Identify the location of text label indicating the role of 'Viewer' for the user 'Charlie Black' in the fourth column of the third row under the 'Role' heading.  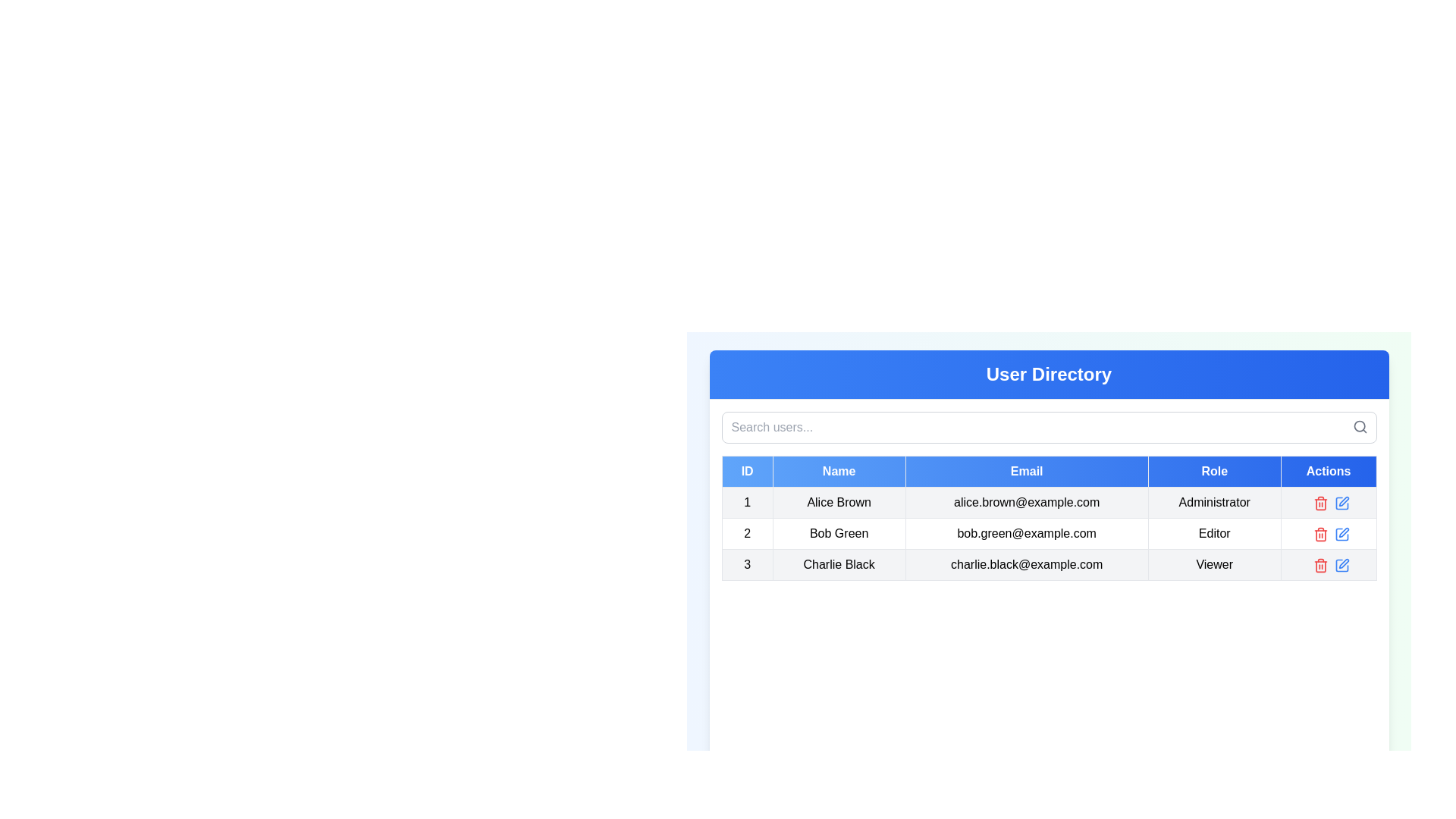
(1214, 564).